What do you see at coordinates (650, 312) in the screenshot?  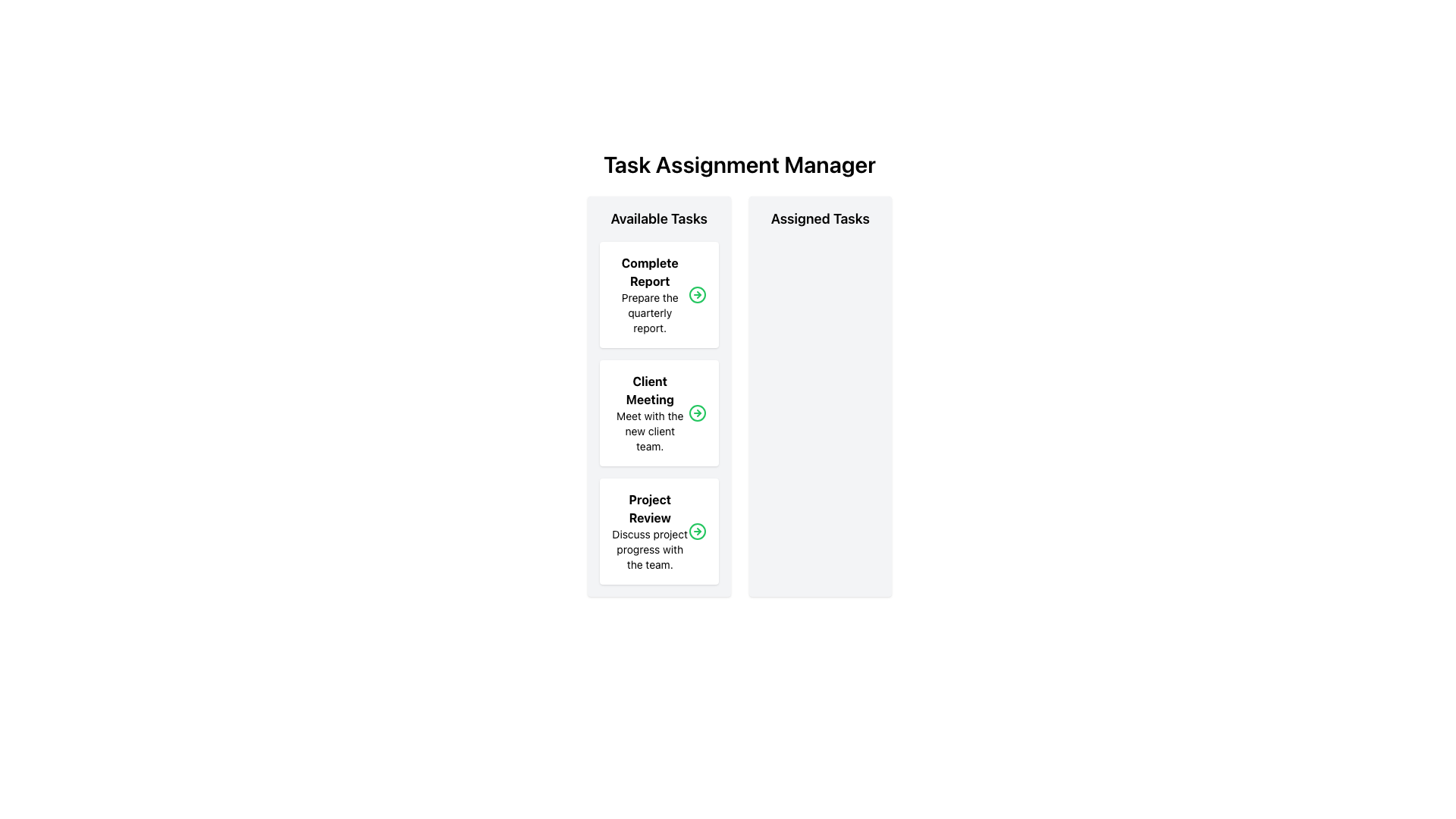 I see `the detailed description text label that provides information about the 'Complete Report' task, located below the 'Complete Report' header in the 'Available Tasks' column` at bounding box center [650, 312].